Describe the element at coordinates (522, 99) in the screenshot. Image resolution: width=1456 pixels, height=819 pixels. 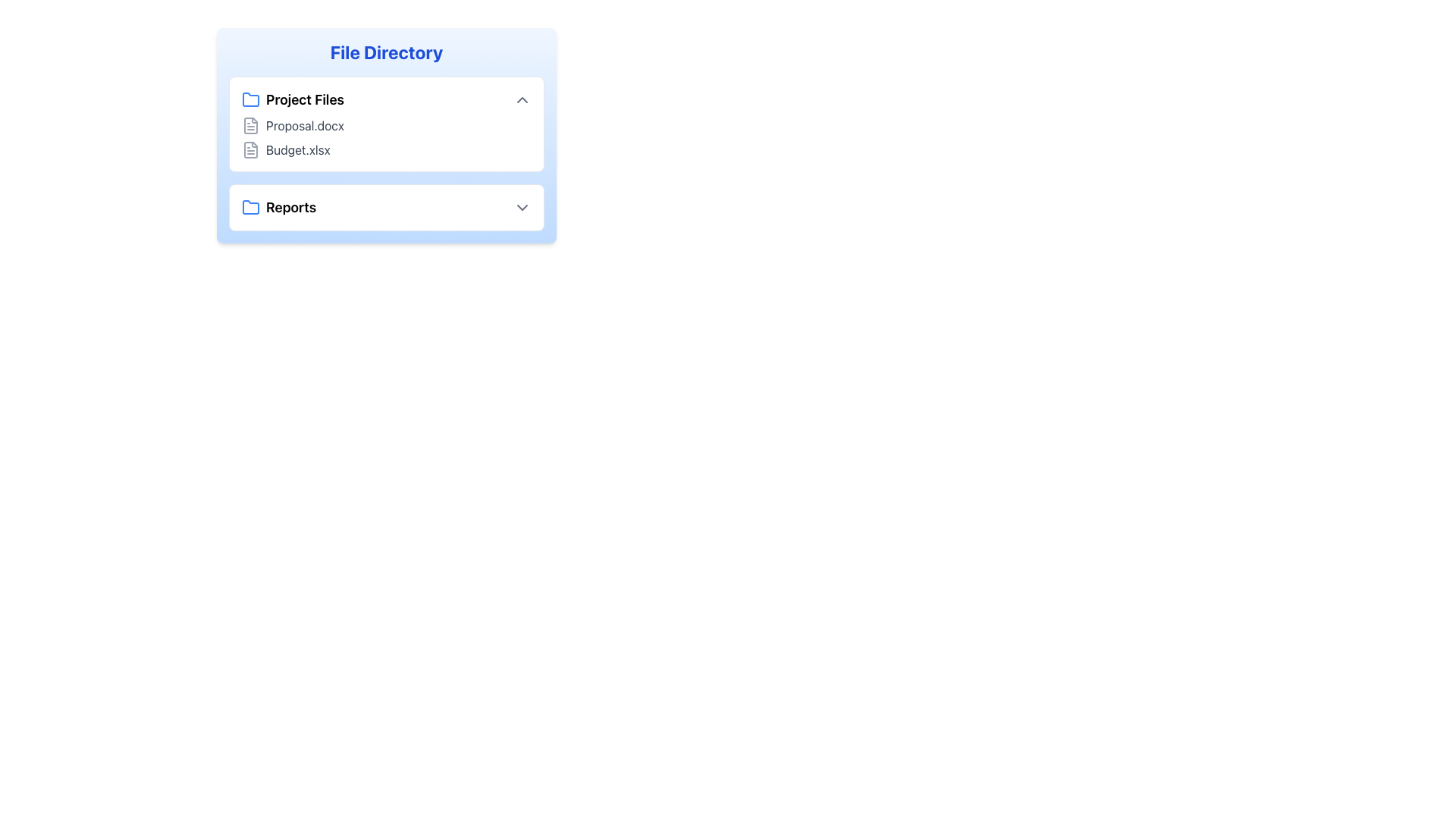
I see `the upward-facing chevron icon that represents the collapse action for the 'Project Files' section, enabling accessibility tools` at that location.